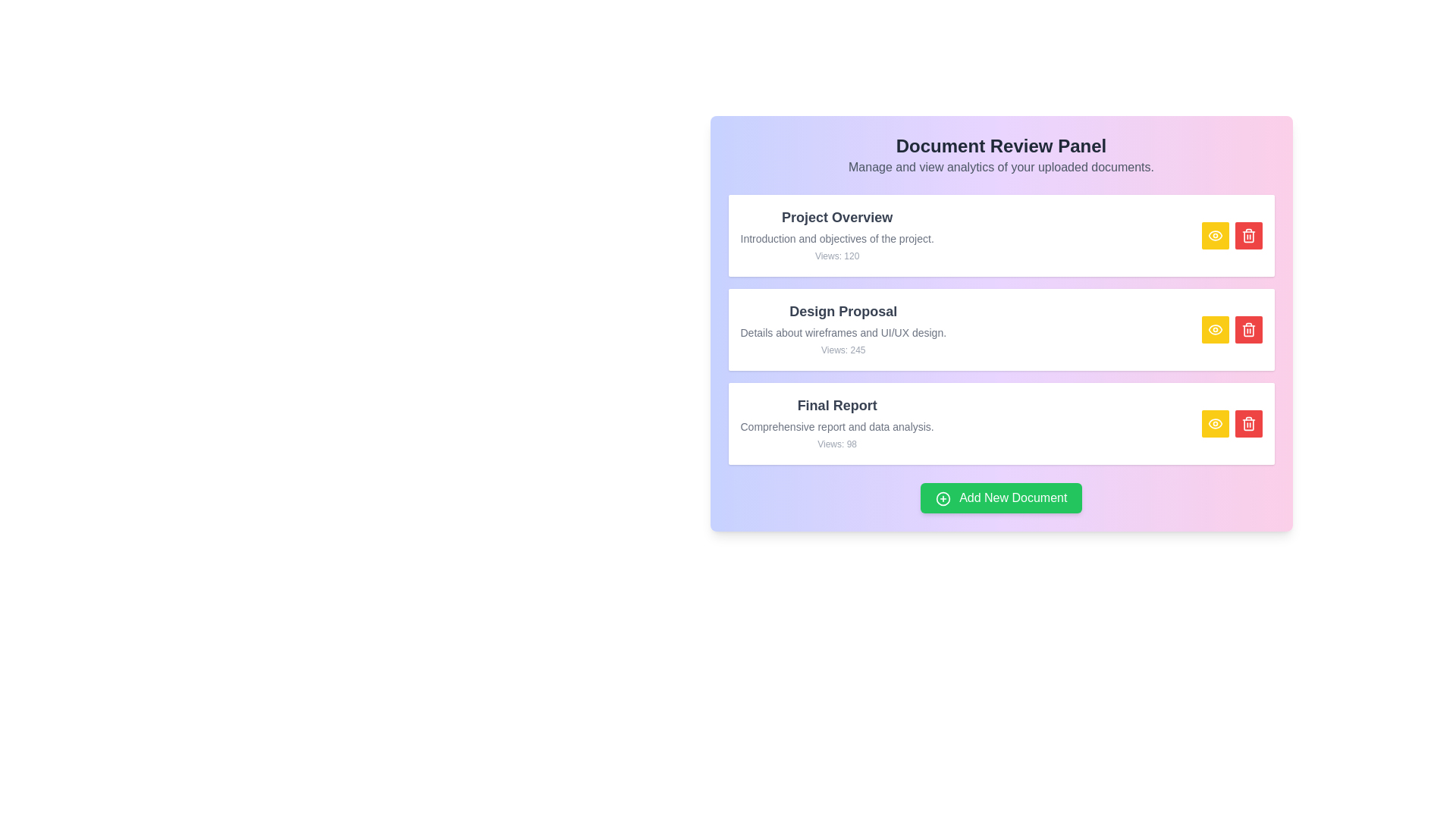 This screenshot has height=819, width=1456. What do you see at coordinates (1248, 236) in the screenshot?
I see `the delete button for the document titled Project Overview` at bounding box center [1248, 236].